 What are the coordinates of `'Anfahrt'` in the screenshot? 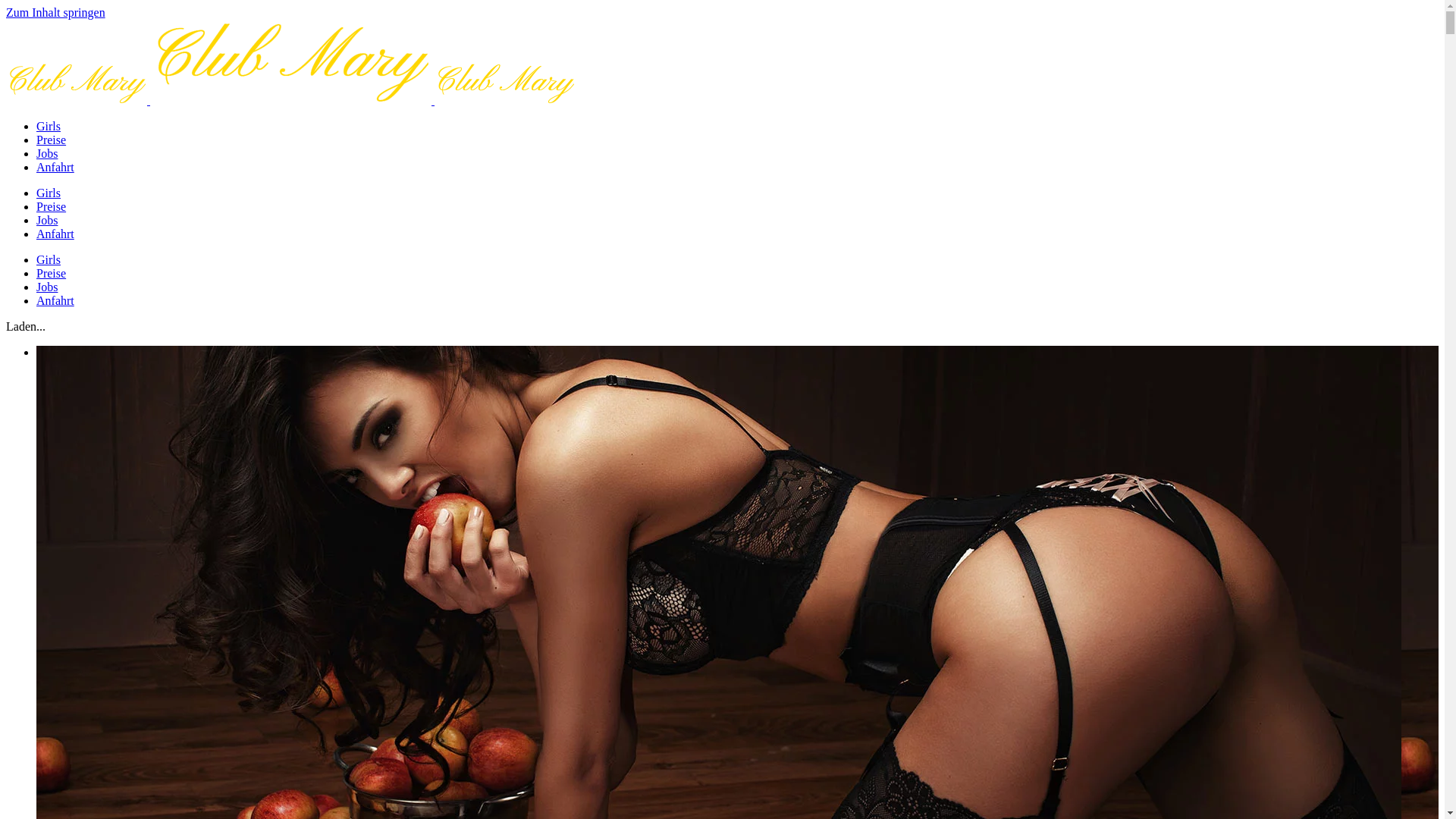 It's located at (55, 234).